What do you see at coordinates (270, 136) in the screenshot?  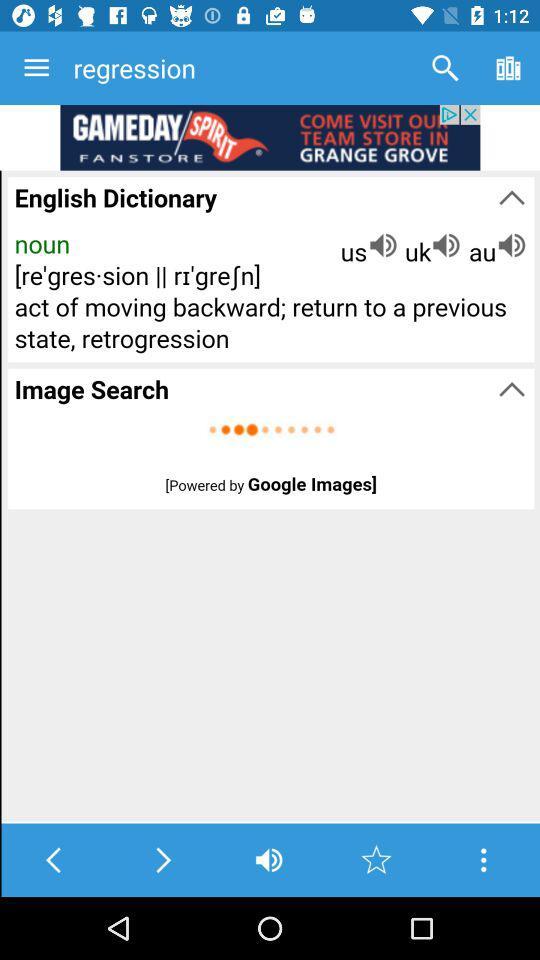 I see `advertisement` at bounding box center [270, 136].